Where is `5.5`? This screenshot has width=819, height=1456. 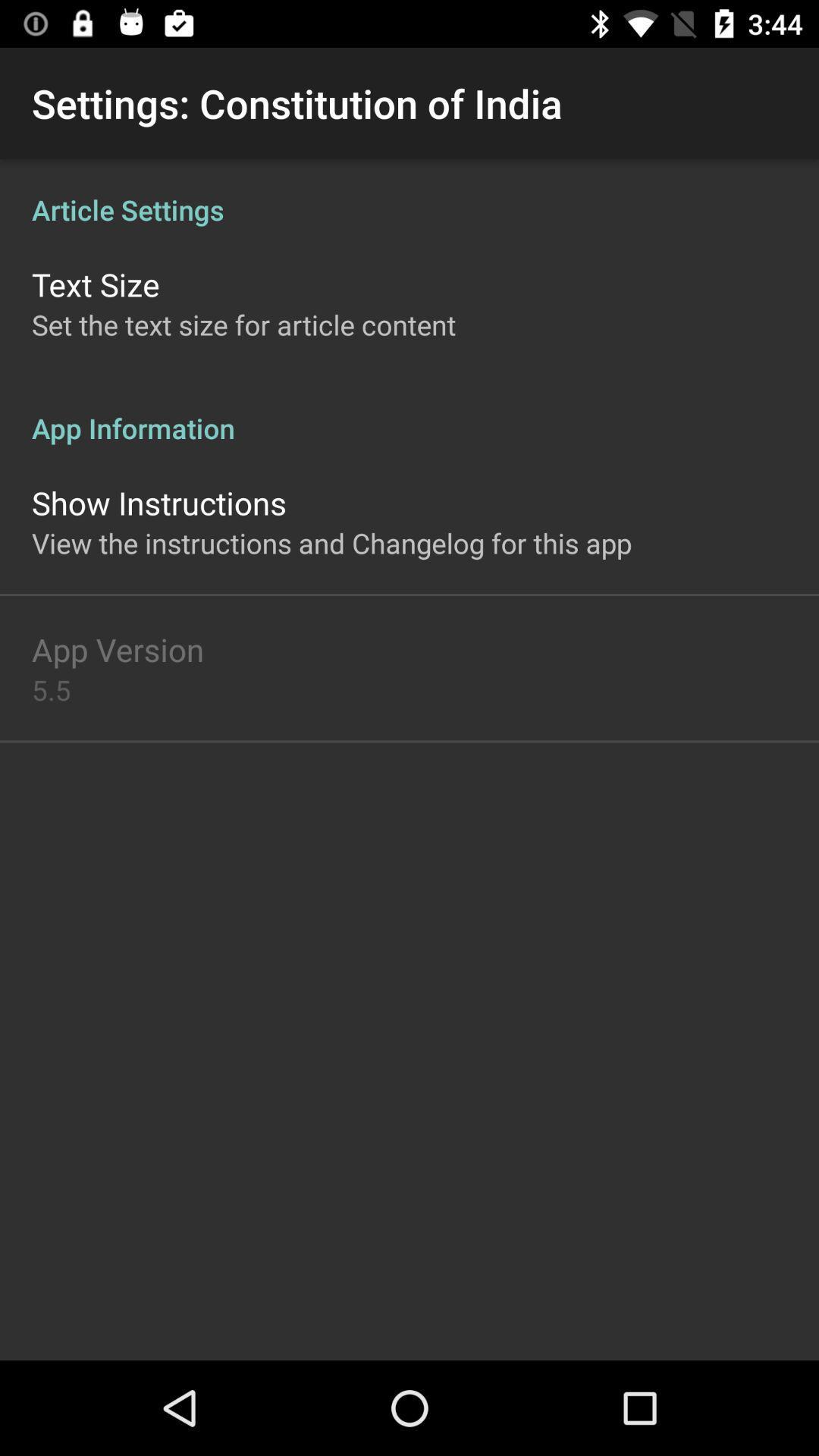
5.5 is located at coordinates (50, 689).